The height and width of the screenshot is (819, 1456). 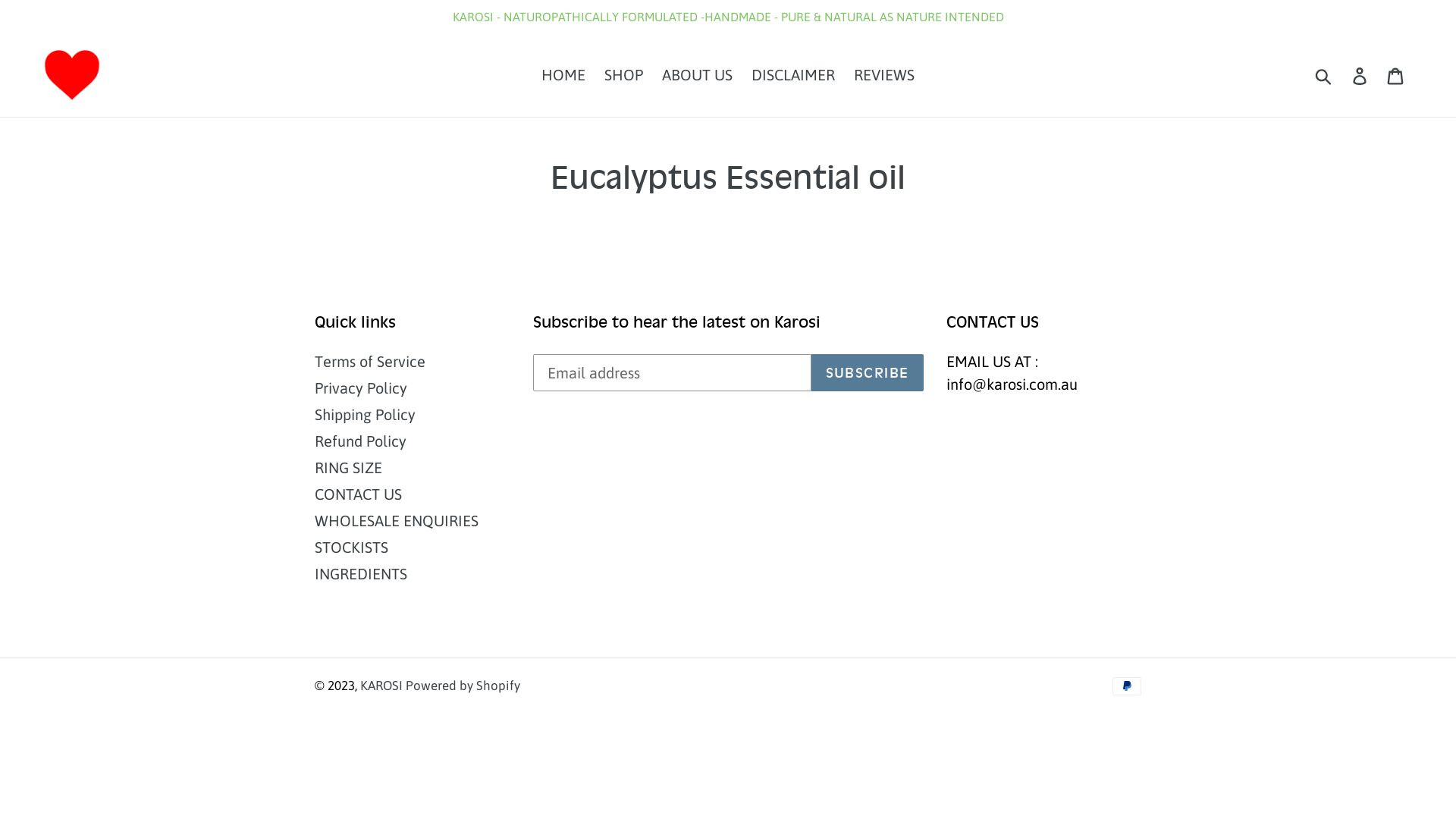 I want to click on 'Refund Policy', so click(x=359, y=441).